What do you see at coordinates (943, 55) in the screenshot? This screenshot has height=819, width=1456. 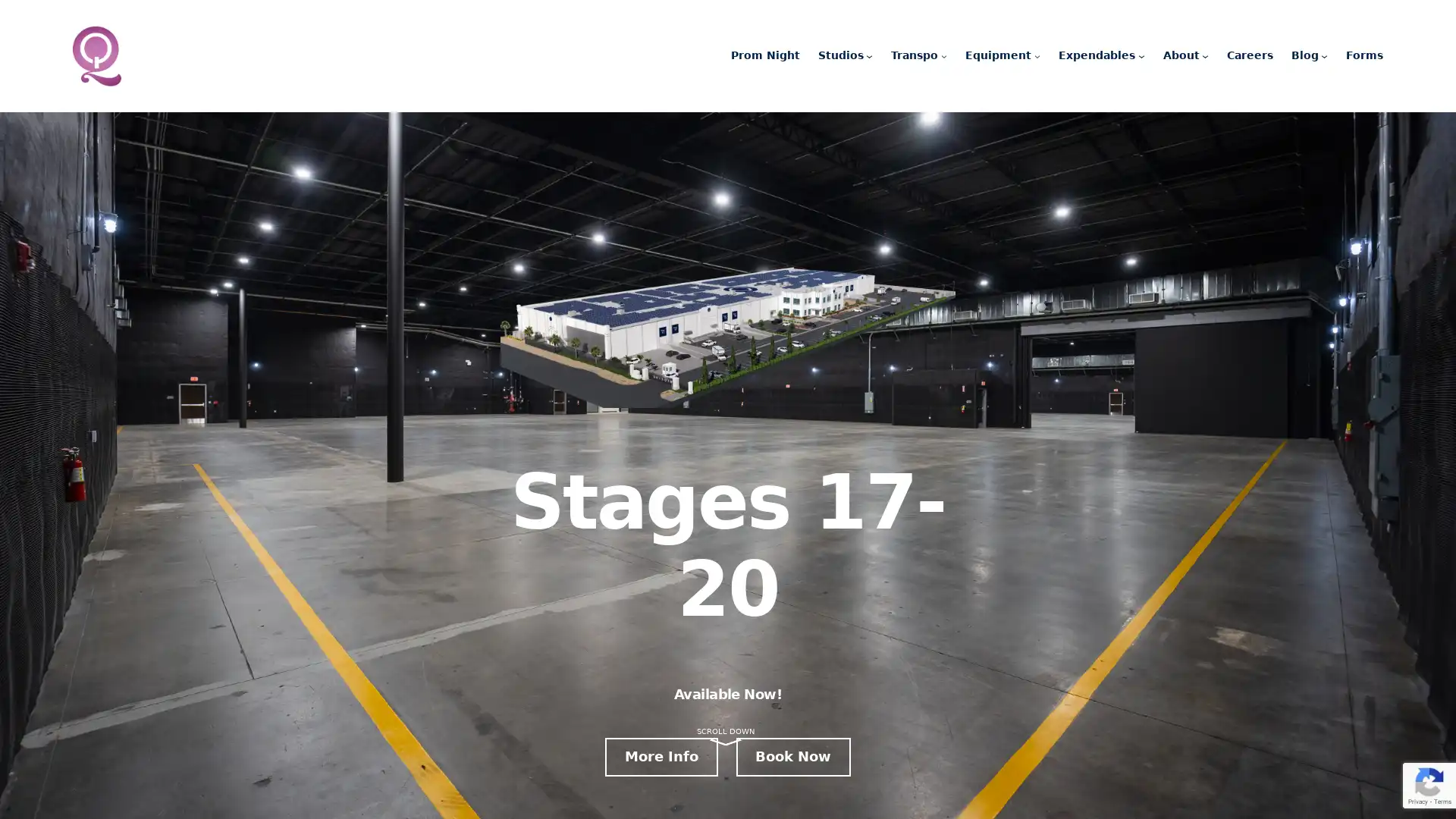 I see `Transpo submenu` at bounding box center [943, 55].